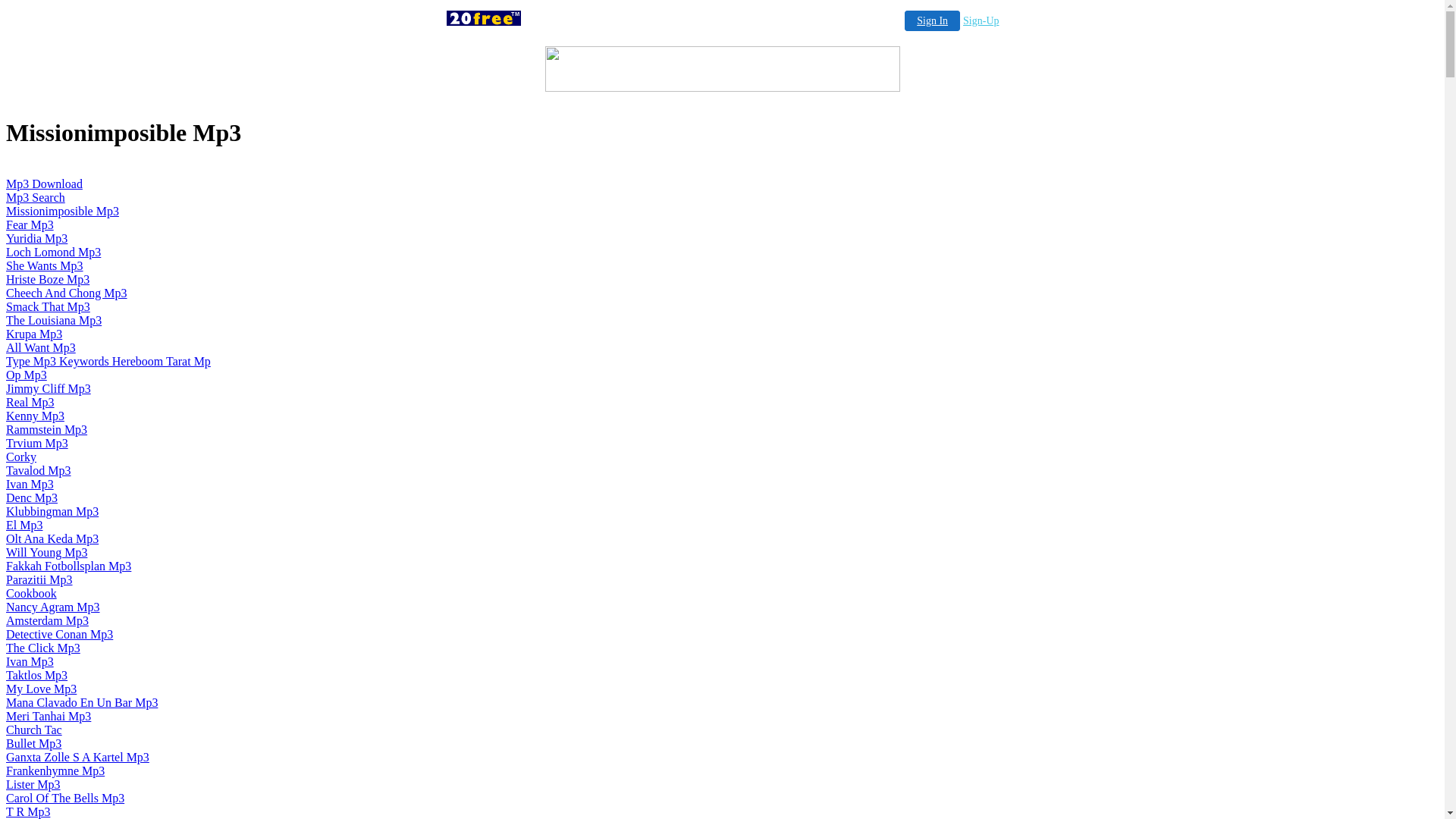  Describe the element at coordinates (47, 620) in the screenshot. I see `'Amsterdam Mp3'` at that location.